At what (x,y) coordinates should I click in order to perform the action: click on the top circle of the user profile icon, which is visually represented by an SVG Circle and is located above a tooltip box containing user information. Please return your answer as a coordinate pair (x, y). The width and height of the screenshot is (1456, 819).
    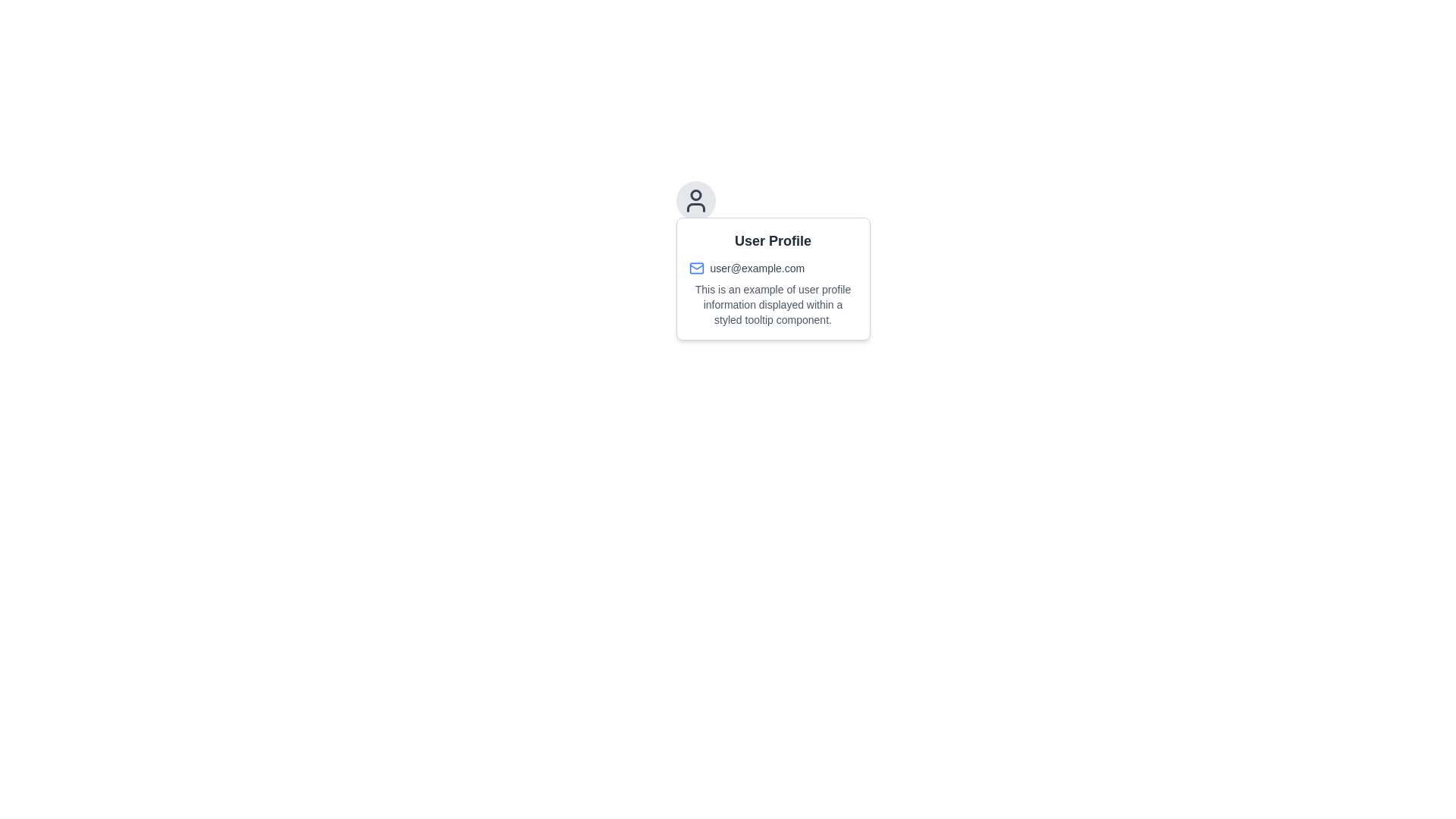
    Looking at the image, I should click on (695, 194).